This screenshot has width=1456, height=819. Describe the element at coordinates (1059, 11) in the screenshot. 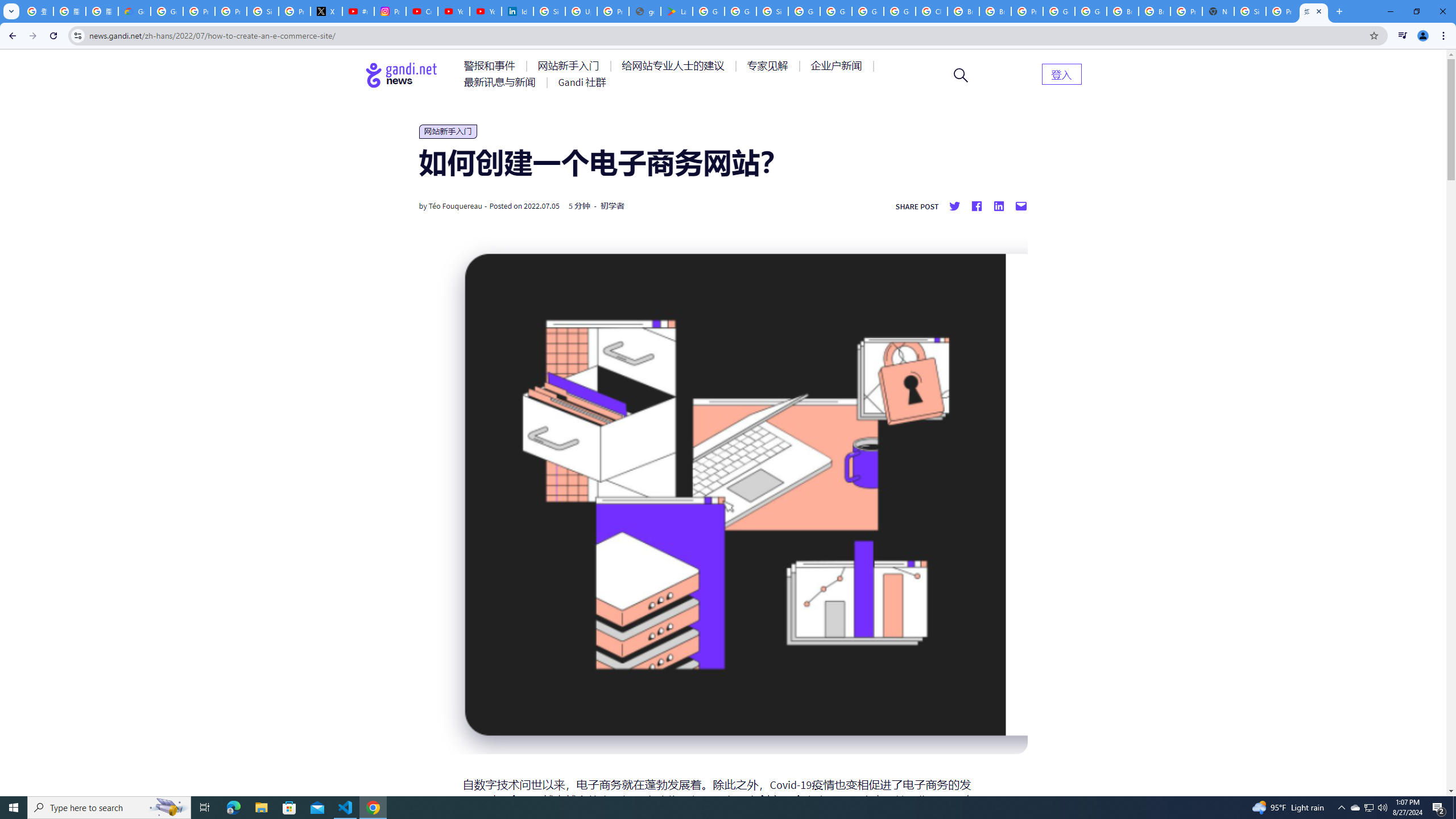

I see `'Google Cloud Platform'` at that location.